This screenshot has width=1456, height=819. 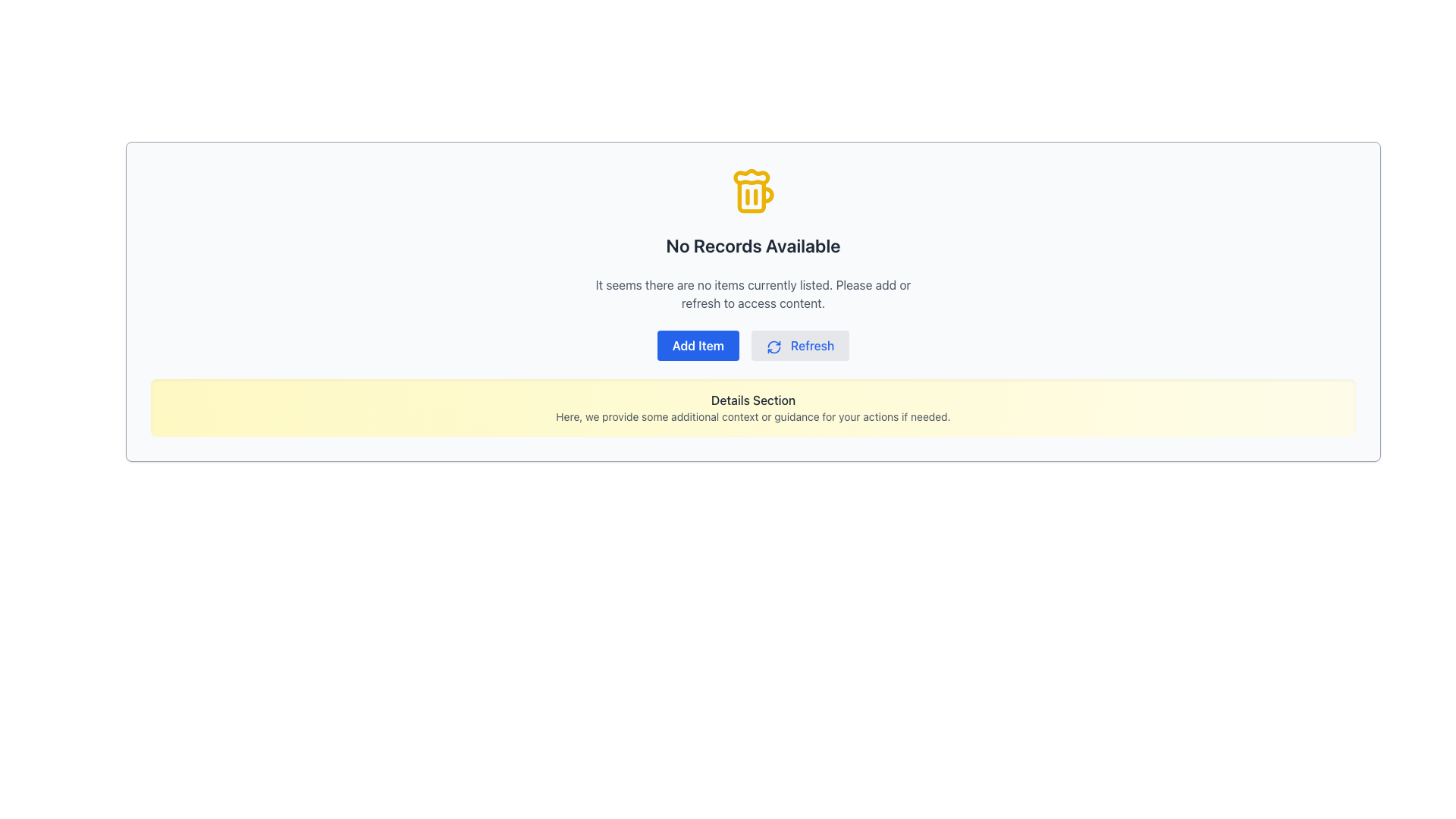 What do you see at coordinates (799, 345) in the screenshot?
I see `the 'Refresh' button with a light gray background and blue text` at bounding box center [799, 345].